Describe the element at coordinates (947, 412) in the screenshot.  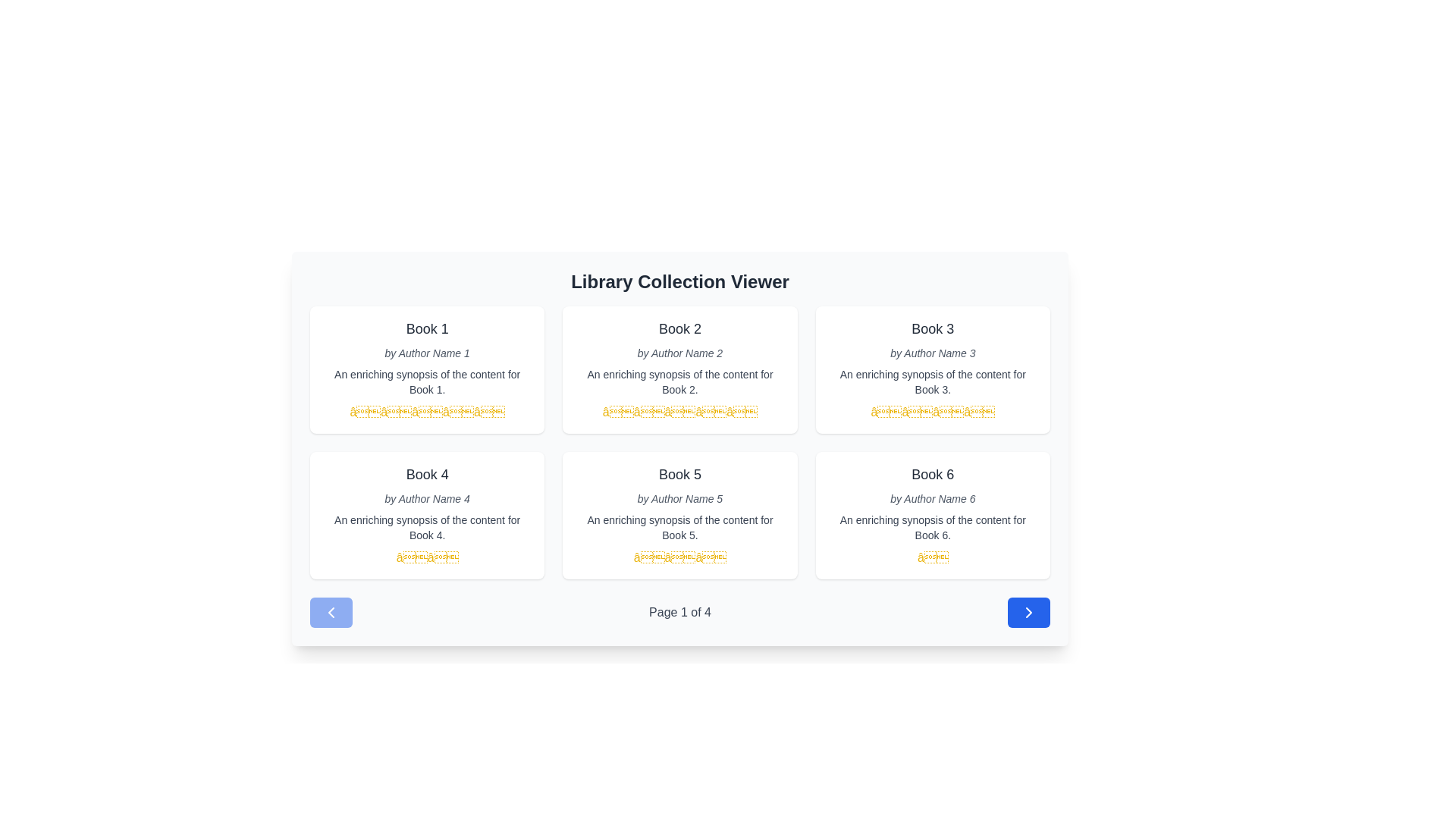
I see `the third star icon in the rating component beneath the 'Book 3' section` at that location.